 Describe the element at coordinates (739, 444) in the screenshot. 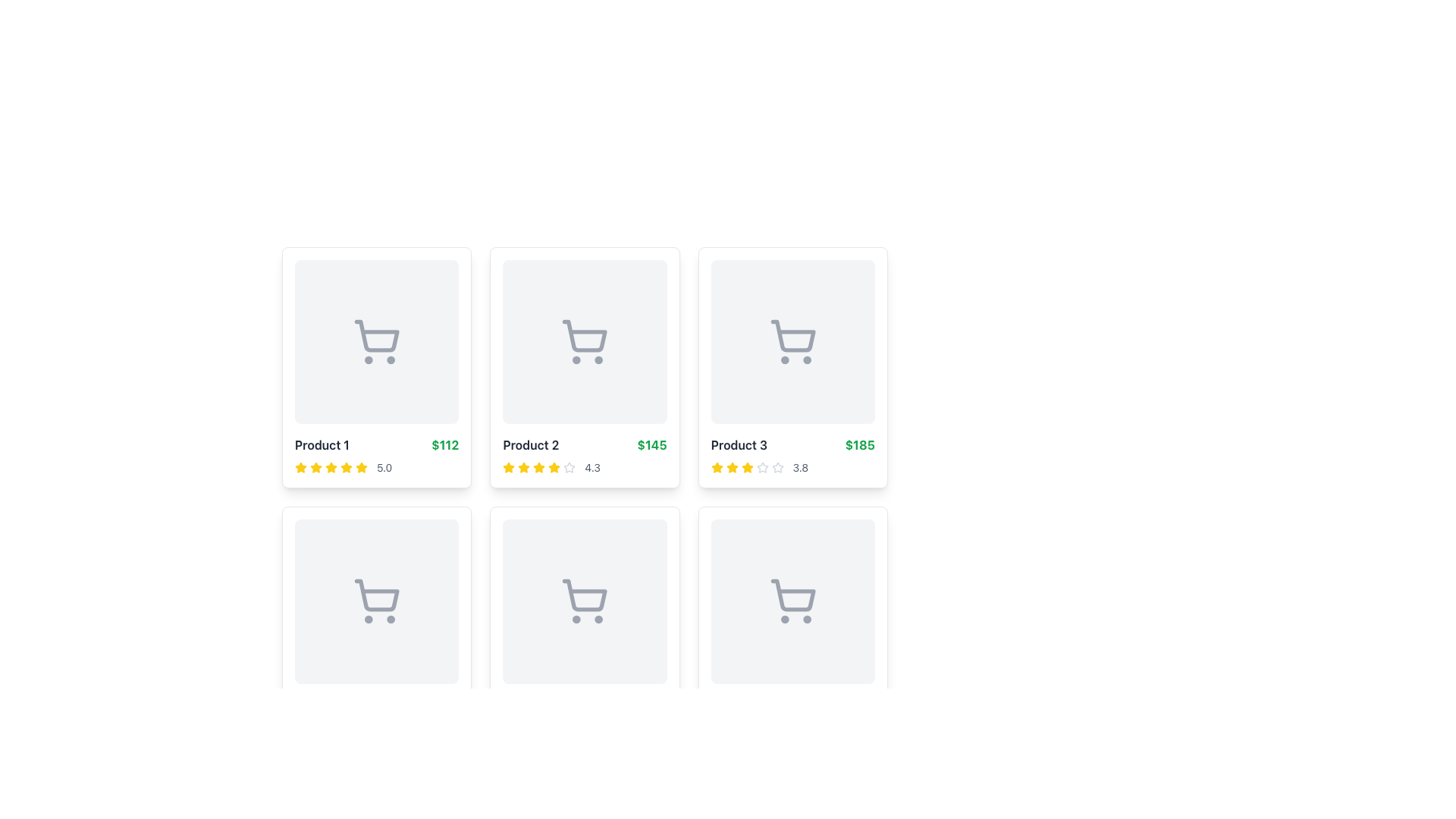

I see `the Text label of 'Product 3' located in the top-right section of the card grid, positioned above the rating indicators and to the left of the price` at that location.